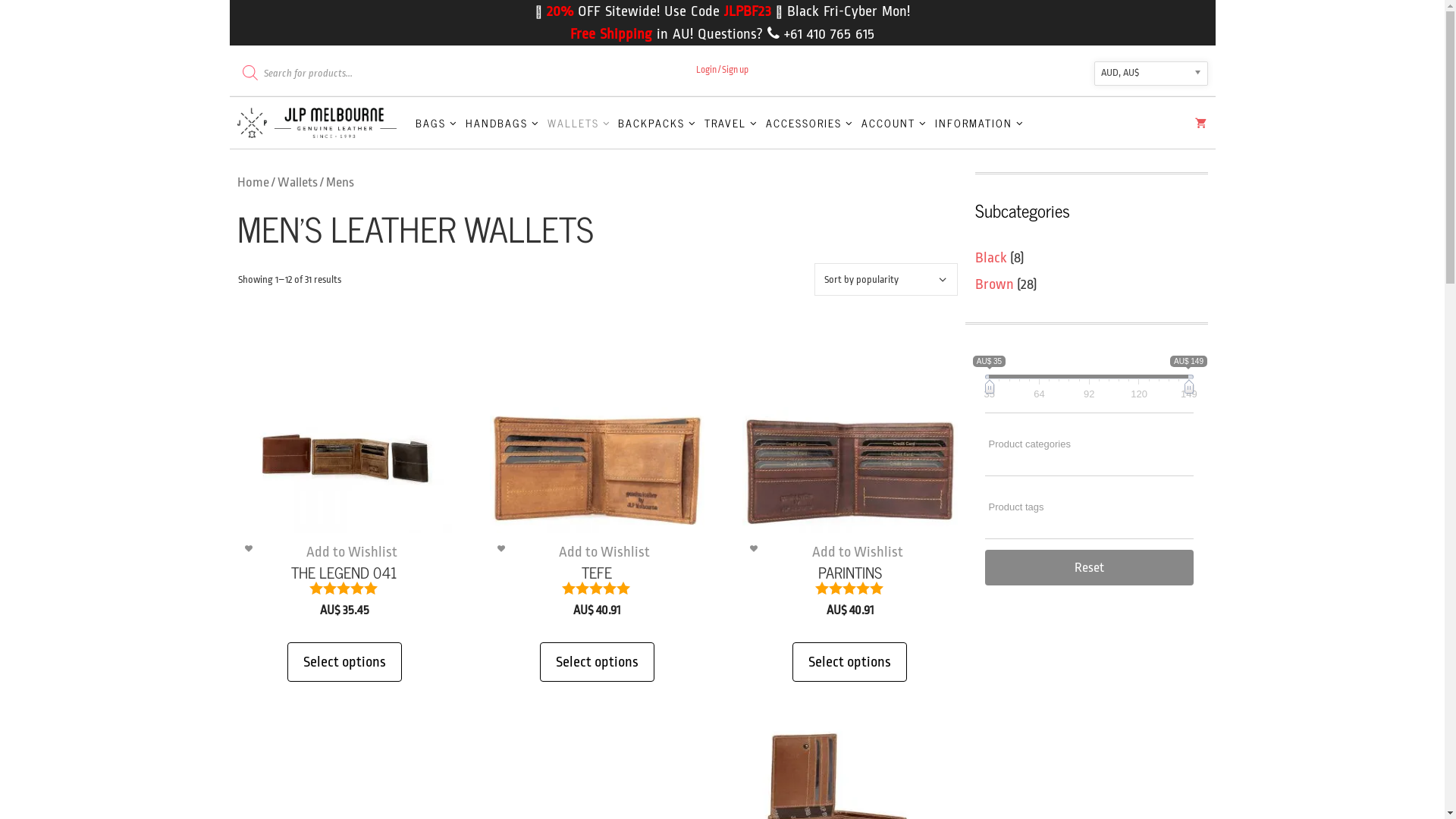 This screenshot has height=819, width=1456. Describe the element at coordinates (990, 256) in the screenshot. I see `'Black'` at that location.